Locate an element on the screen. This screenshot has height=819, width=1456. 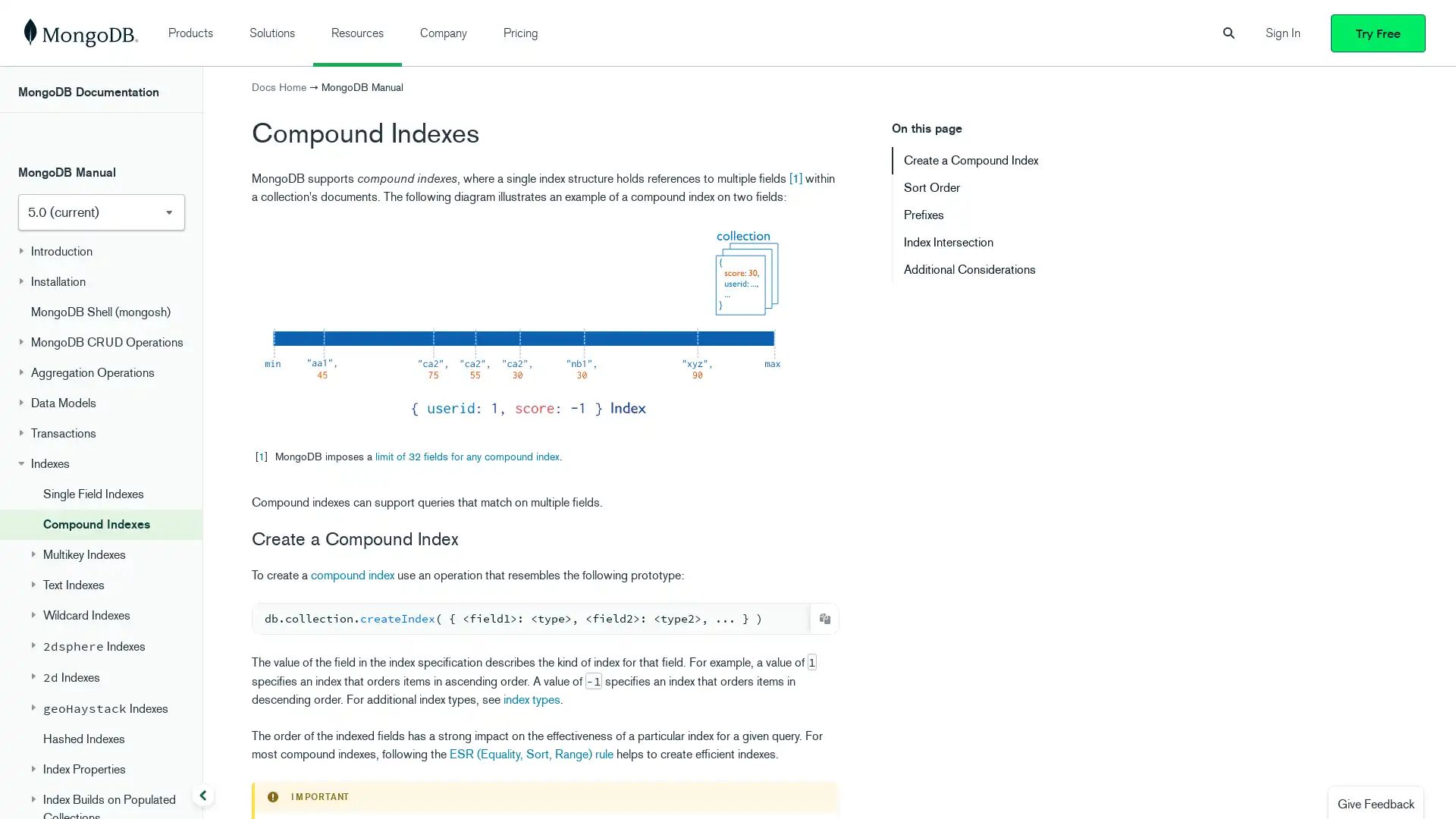
Close is located at coordinates (1430, 785).